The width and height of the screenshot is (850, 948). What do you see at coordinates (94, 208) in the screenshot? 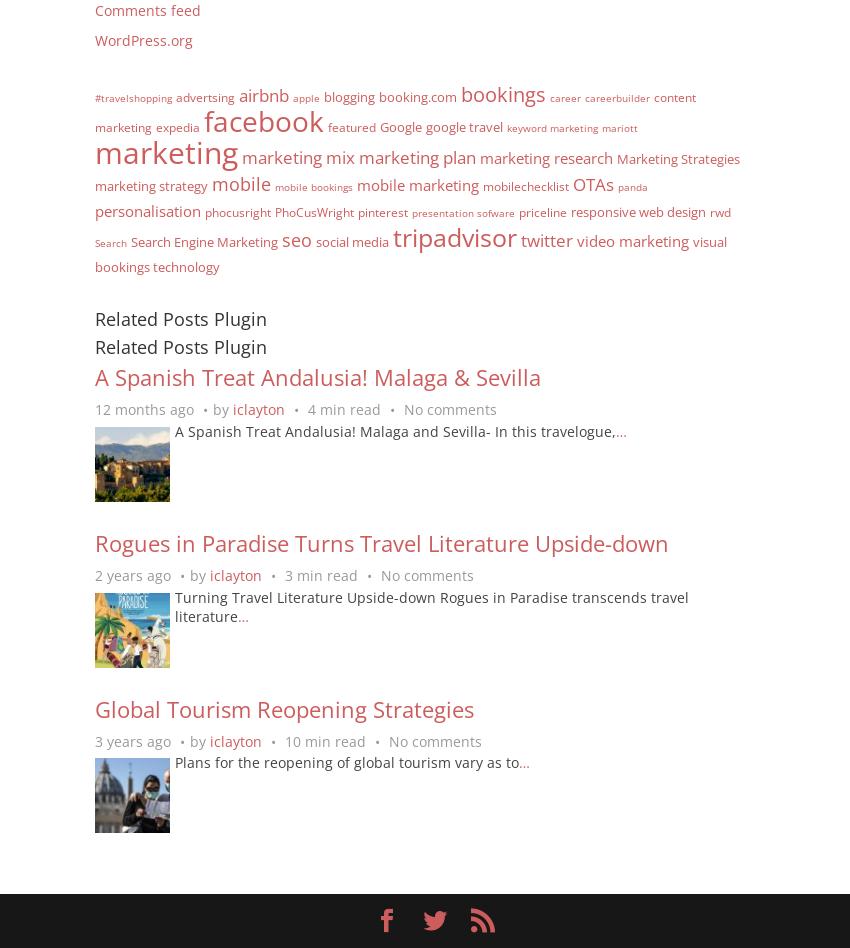
I see `'personalisation'` at bounding box center [94, 208].